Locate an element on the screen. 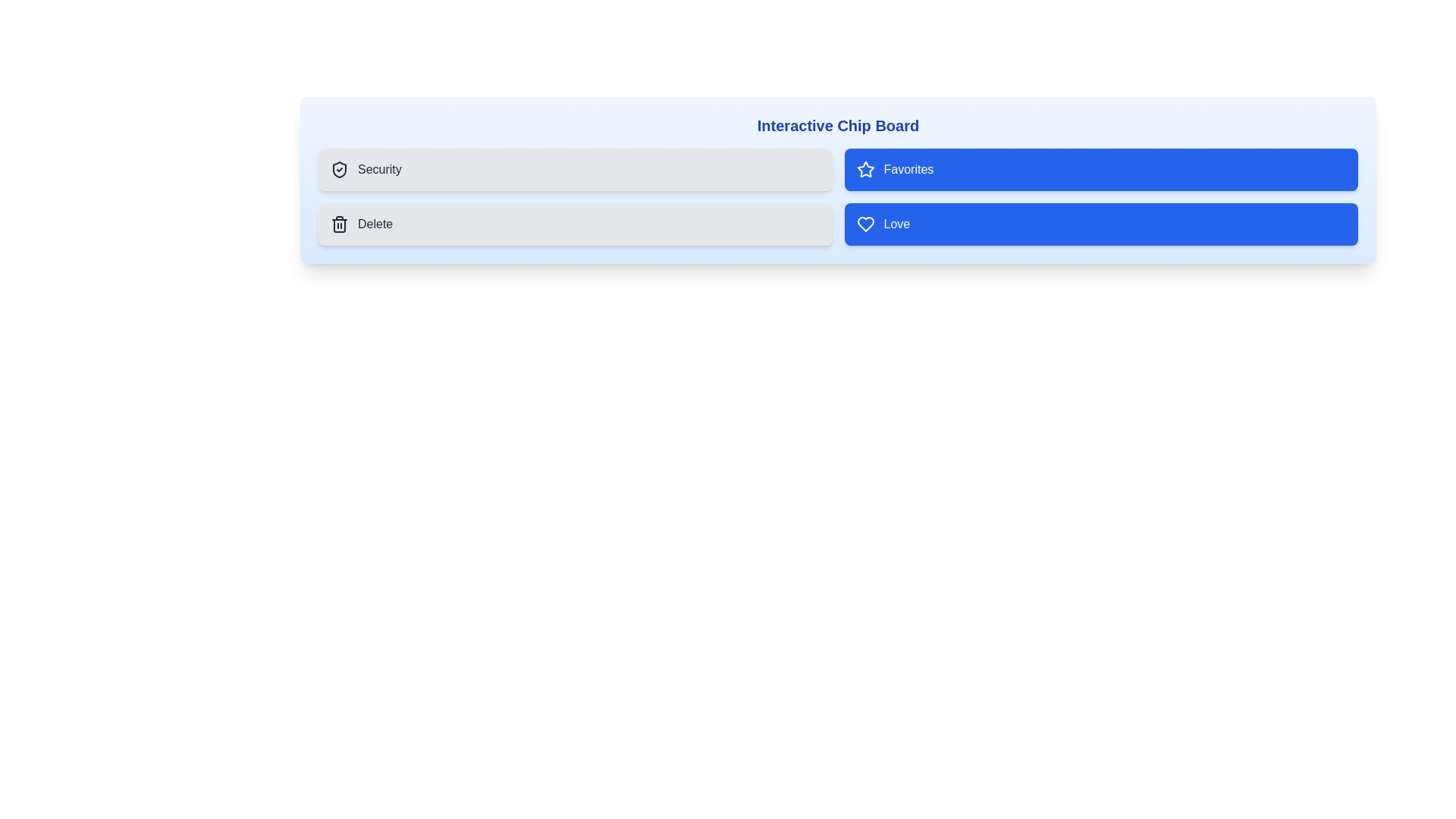 The width and height of the screenshot is (1456, 819). the chip labeled Delete to toggle its active state is located at coordinates (574, 224).